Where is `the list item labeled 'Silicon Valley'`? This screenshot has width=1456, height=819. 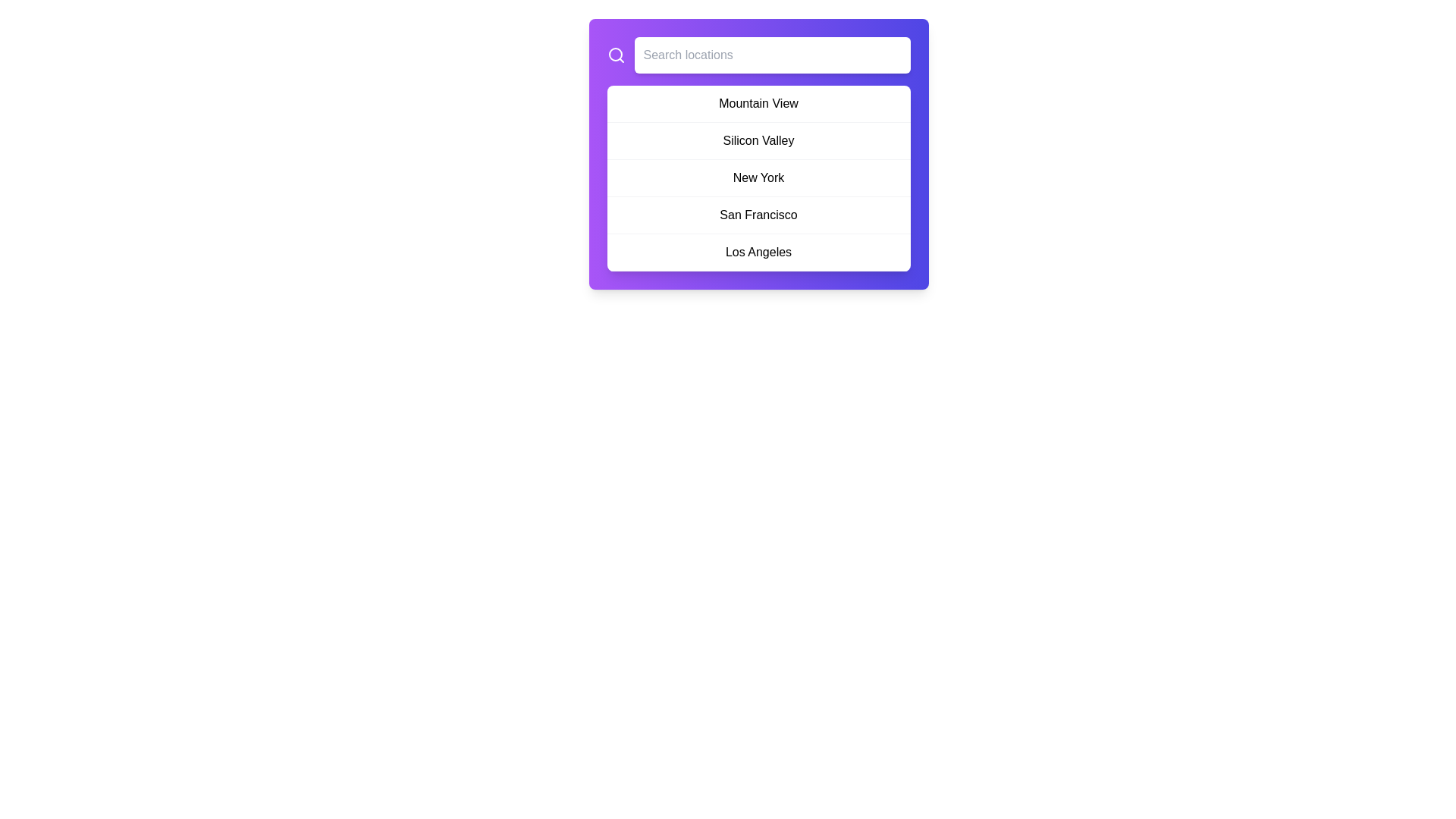
the list item labeled 'Silicon Valley' is located at coordinates (758, 154).